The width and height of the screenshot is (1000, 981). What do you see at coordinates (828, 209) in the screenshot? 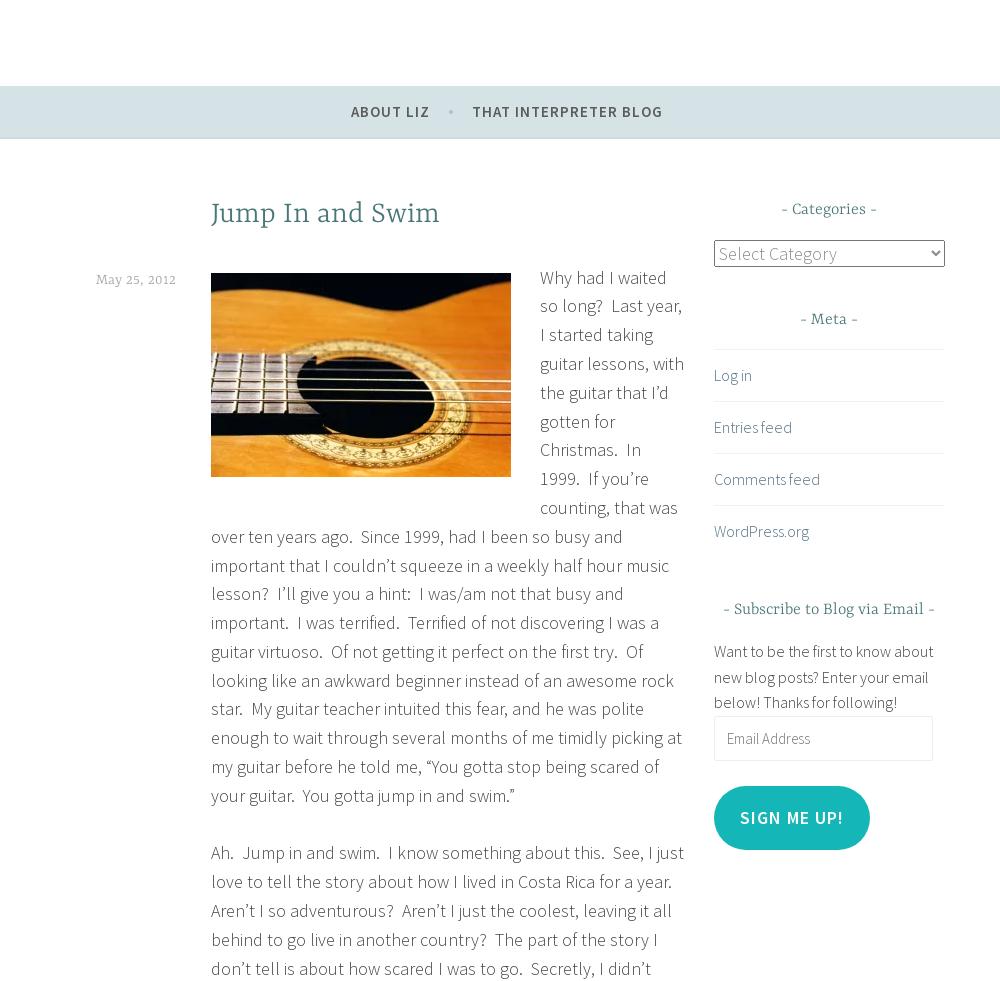
I see `'Categories'` at bounding box center [828, 209].